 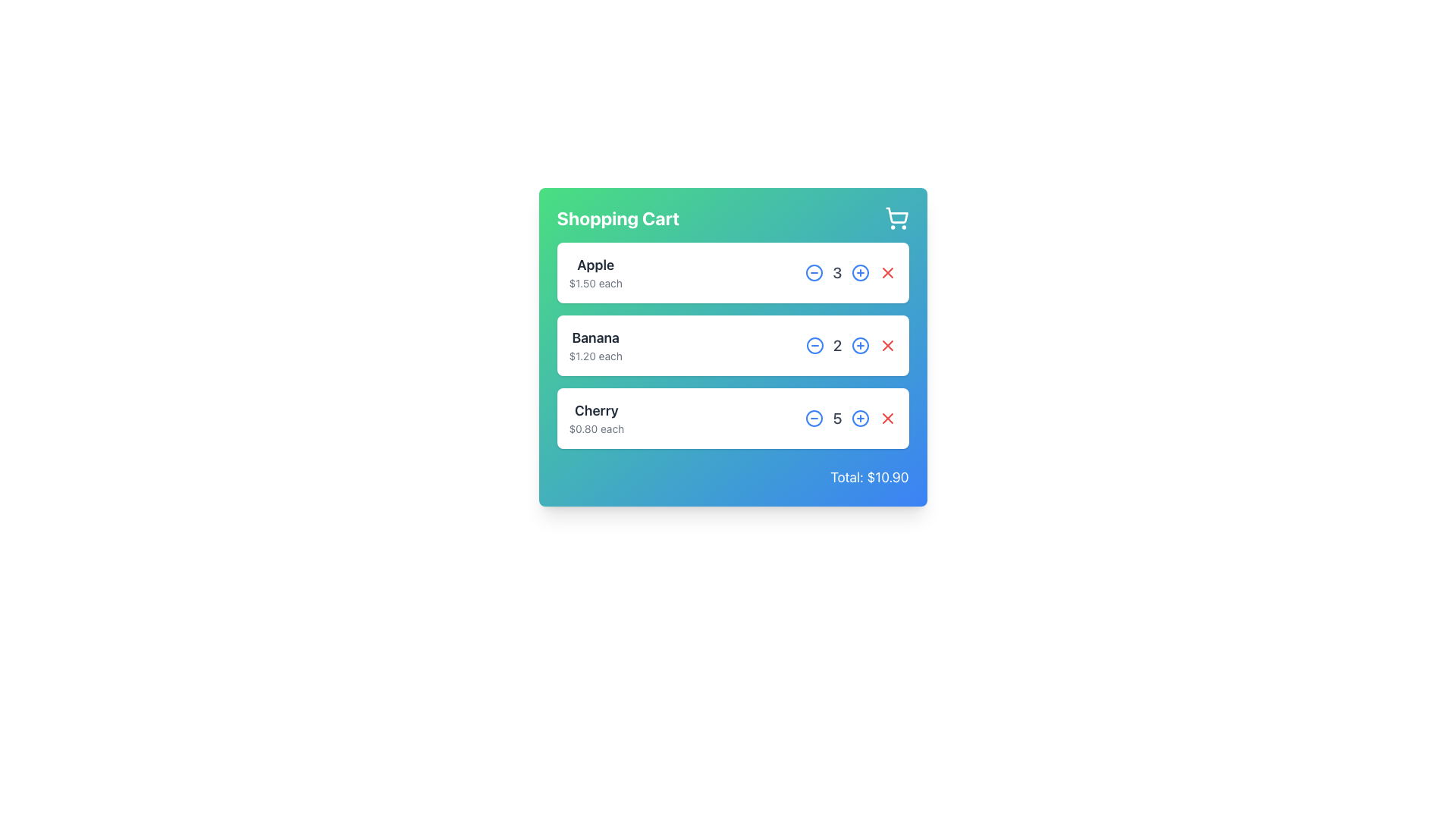 What do you see at coordinates (595, 345) in the screenshot?
I see `the Text Display element that shows information about a specific item in the shopping cart, located between the rows for 'Apple' and 'Cherry'` at bounding box center [595, 345].